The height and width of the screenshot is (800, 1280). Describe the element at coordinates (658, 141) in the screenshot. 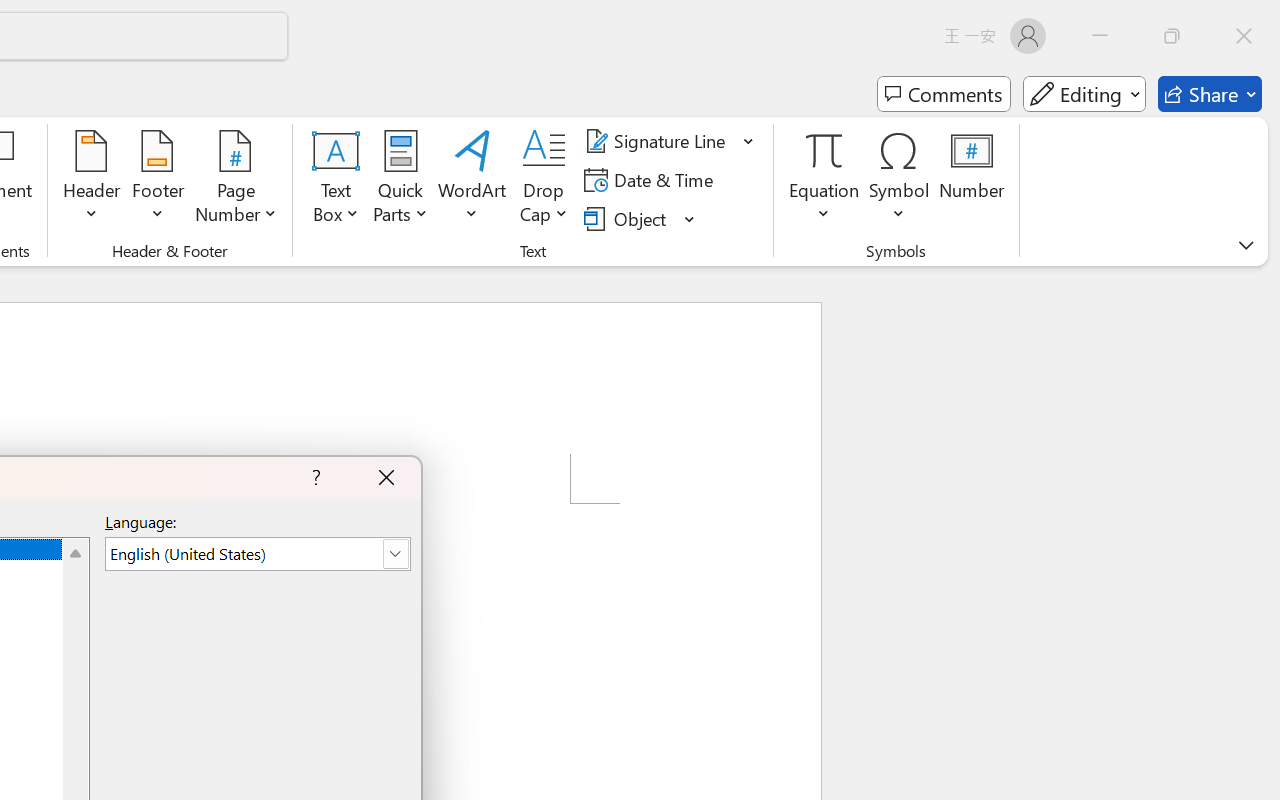

I see `'Signature Line'` at that location.